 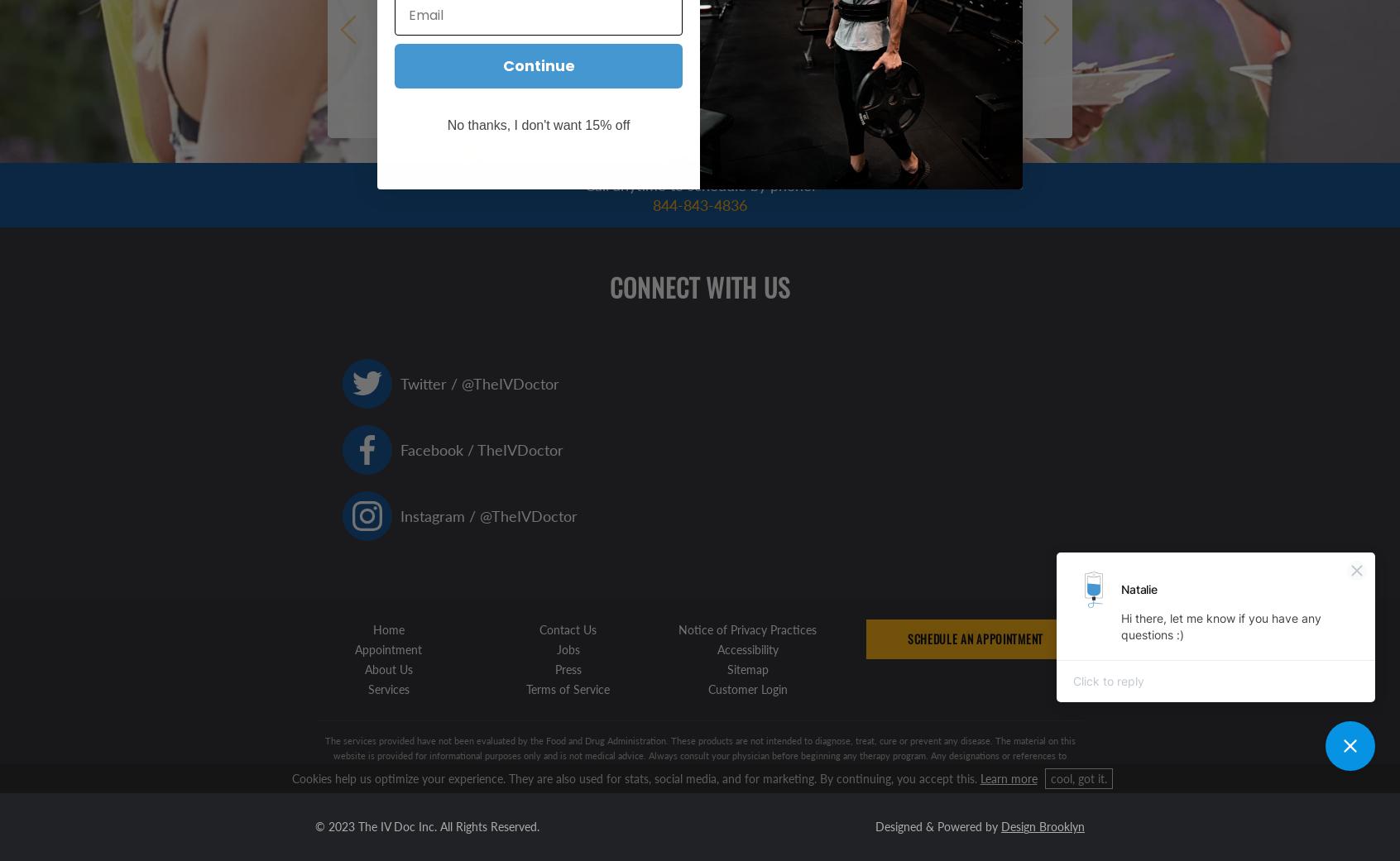 What do you see at coordinates (568, 629) in the screenshot?
I see `'Contact Us'` at bounding box center [568, 629].